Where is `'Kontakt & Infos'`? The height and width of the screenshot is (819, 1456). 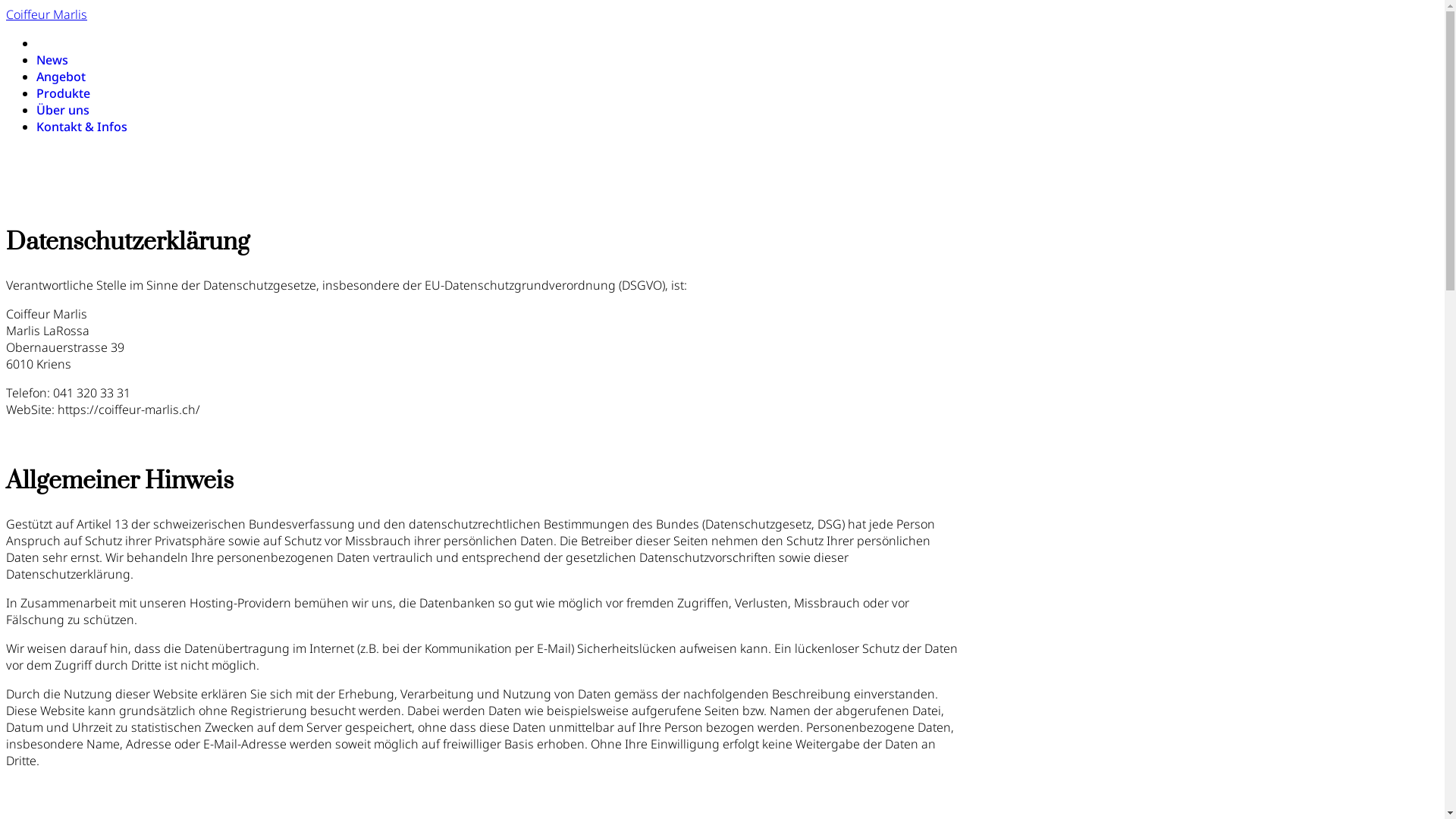 'Kontakt & Infos' is located at coordinates (80, 125).